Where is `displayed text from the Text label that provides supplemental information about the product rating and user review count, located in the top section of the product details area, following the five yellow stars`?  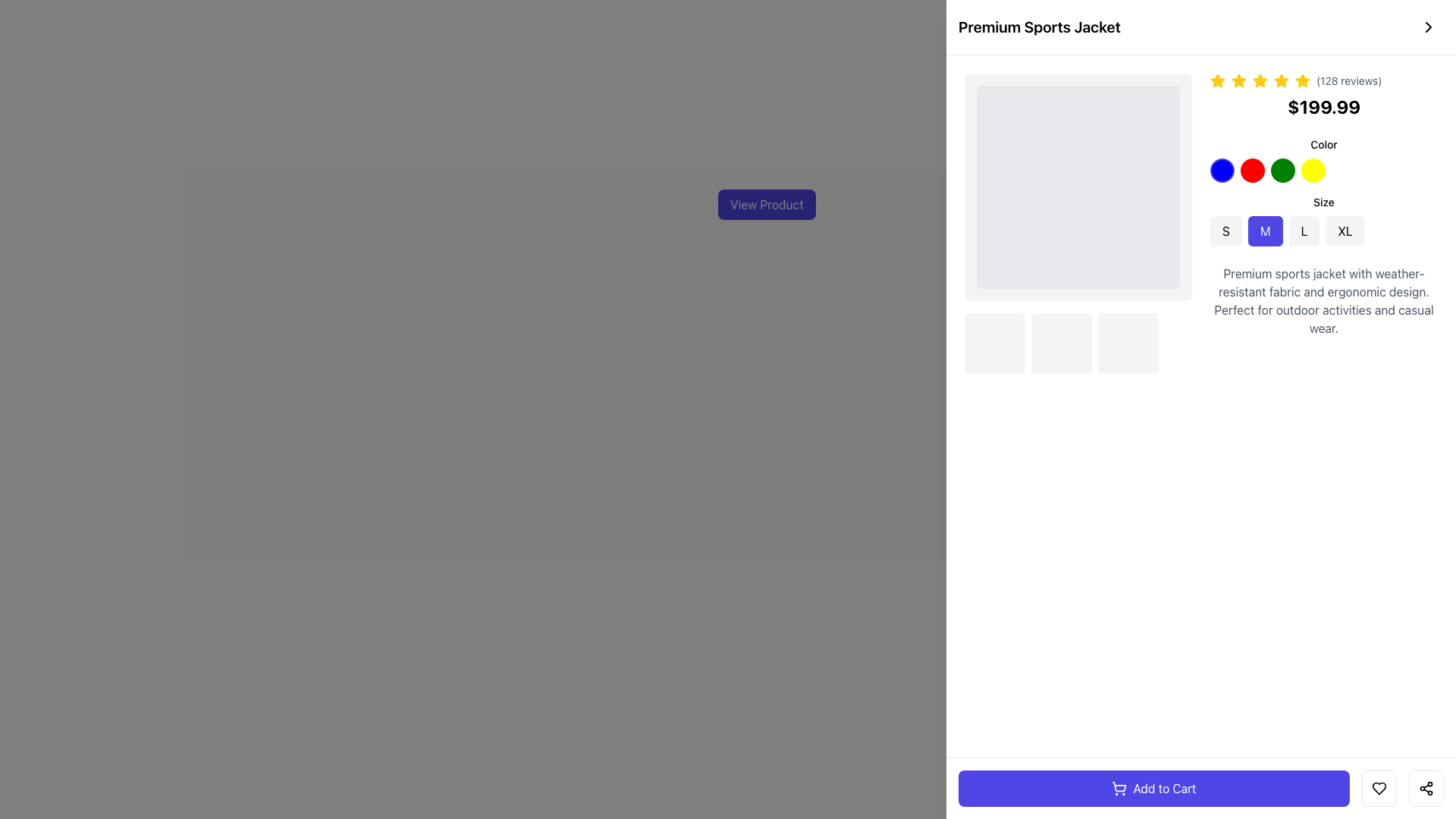 displayed text from the Text label that provides supplemental information about the product rating and user review count, located in the top section of the product details area, following the five yellow stars is located at coordinates (1323, 81).